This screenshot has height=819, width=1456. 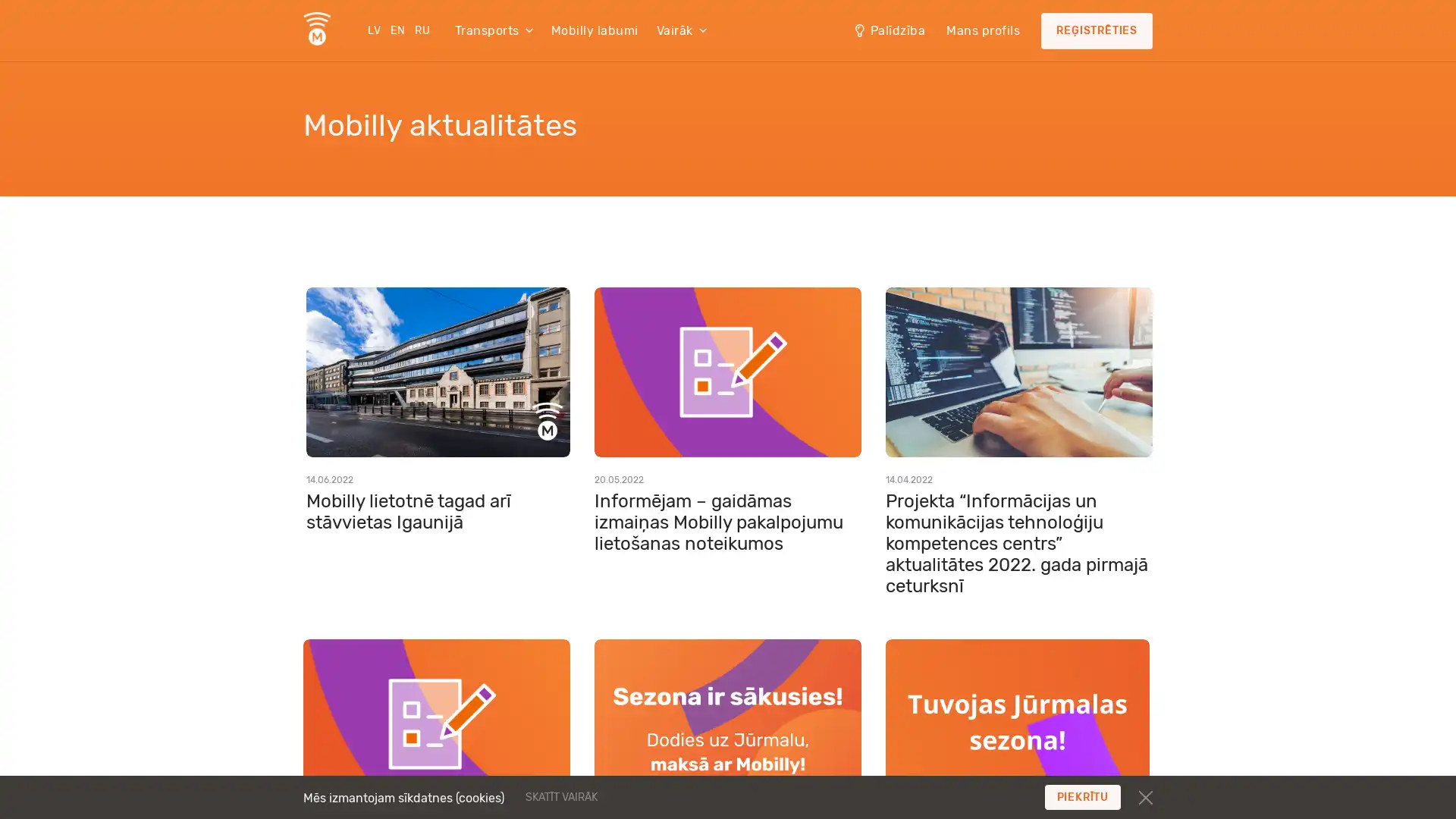 I want to click on PIEKRITU, so click(x=1081, y=796).